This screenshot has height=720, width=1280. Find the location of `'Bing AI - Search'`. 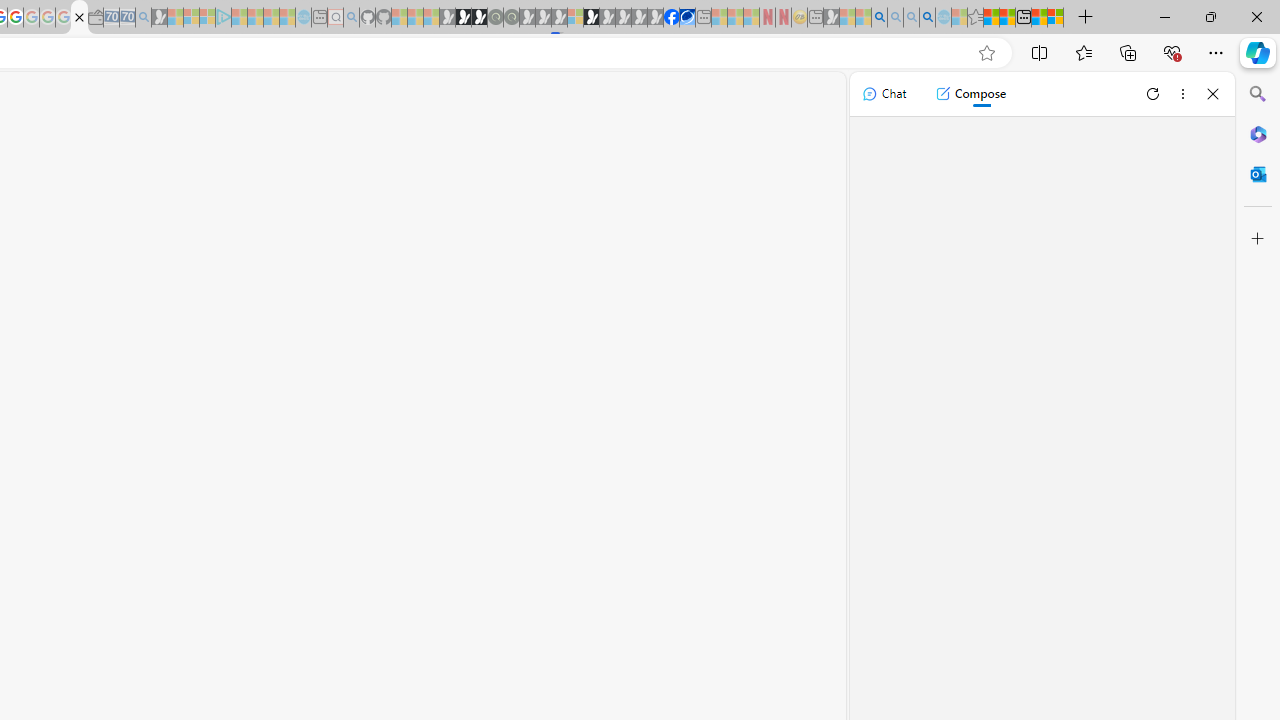

'Bing AI - Search' is located at coordinates (879, 17).